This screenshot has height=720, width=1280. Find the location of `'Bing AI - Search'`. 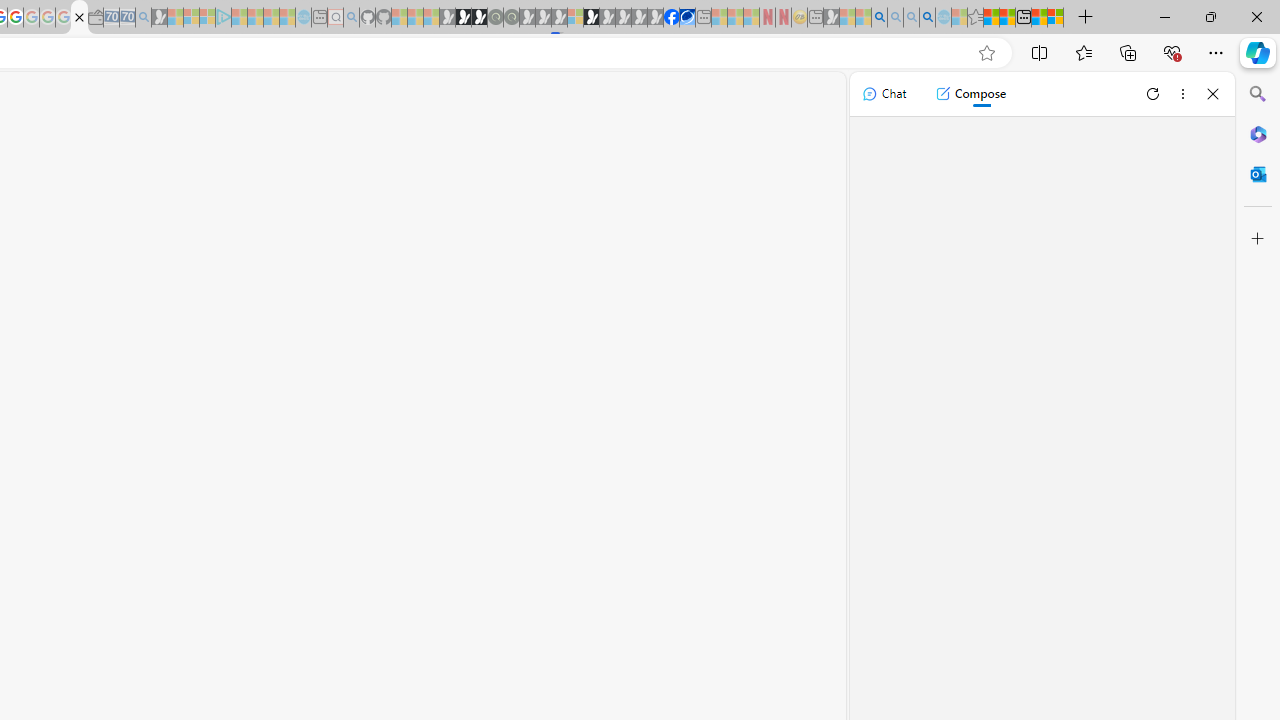

'Bing AI - Search' is located at coordinates (879, 17).